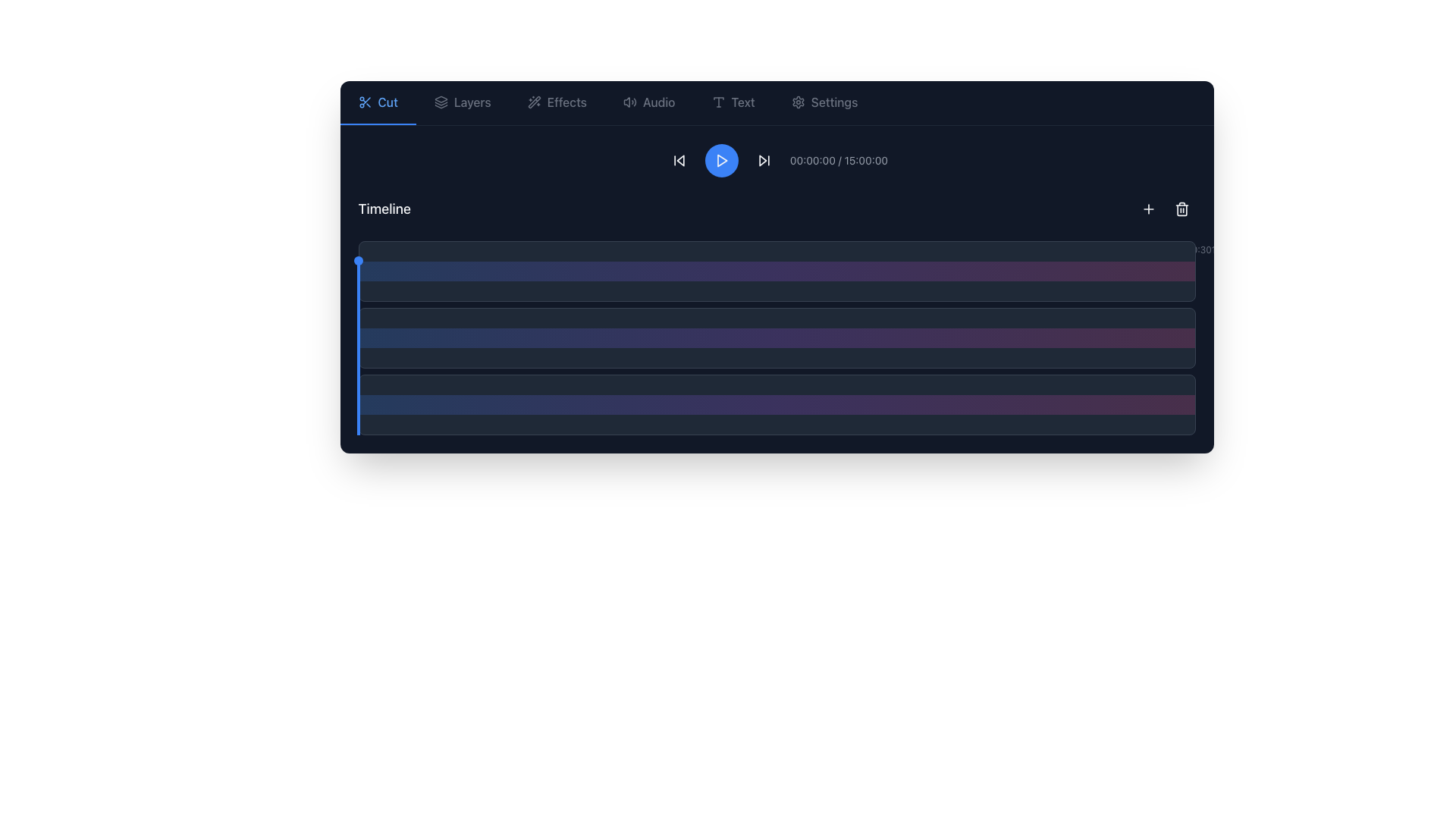 This screenshot has height=819, width=1456. I want to click on the blue scissors icon located at the top-left corner of the interface, preceding the 'Cut' label, so click(365, 102).